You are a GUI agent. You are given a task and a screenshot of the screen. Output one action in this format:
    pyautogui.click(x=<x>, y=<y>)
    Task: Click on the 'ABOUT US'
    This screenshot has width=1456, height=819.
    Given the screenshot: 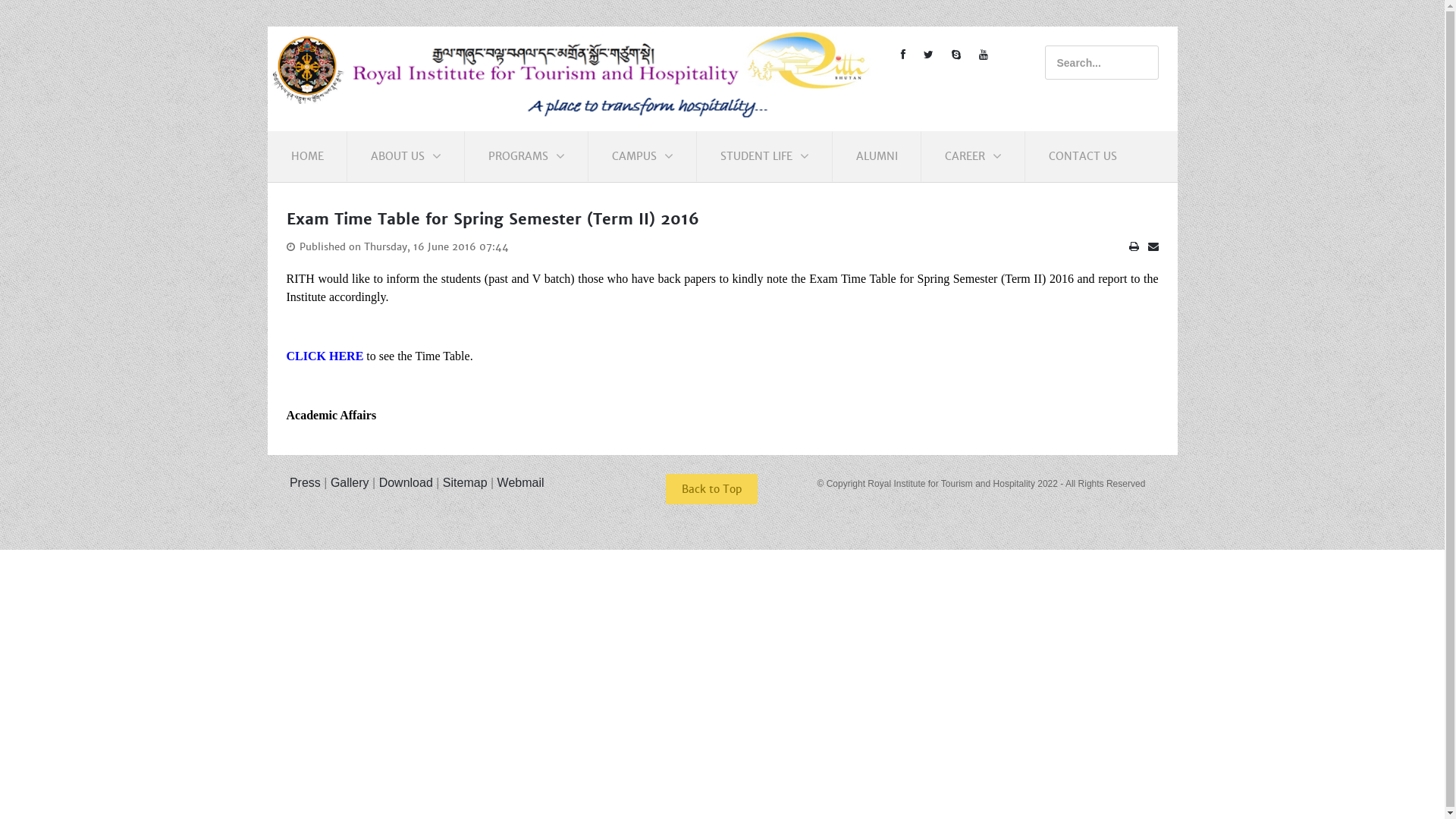 What is the action you would take?
    pyautogui.click(x=405, y=156)
    